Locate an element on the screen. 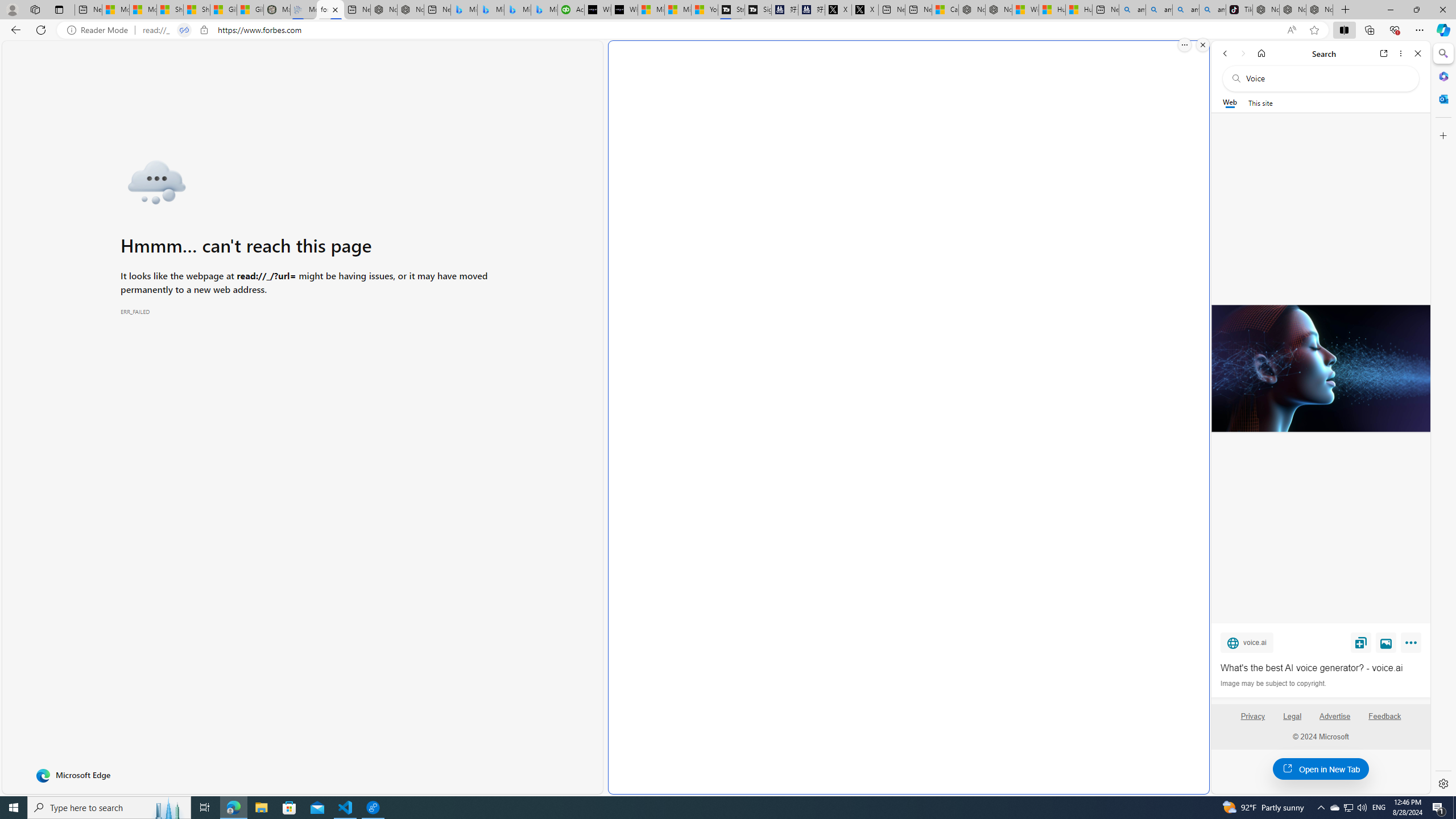 The height and width of the screenshot is (819, 1456). 'Feedback' is located at coordinates (1384, 716).